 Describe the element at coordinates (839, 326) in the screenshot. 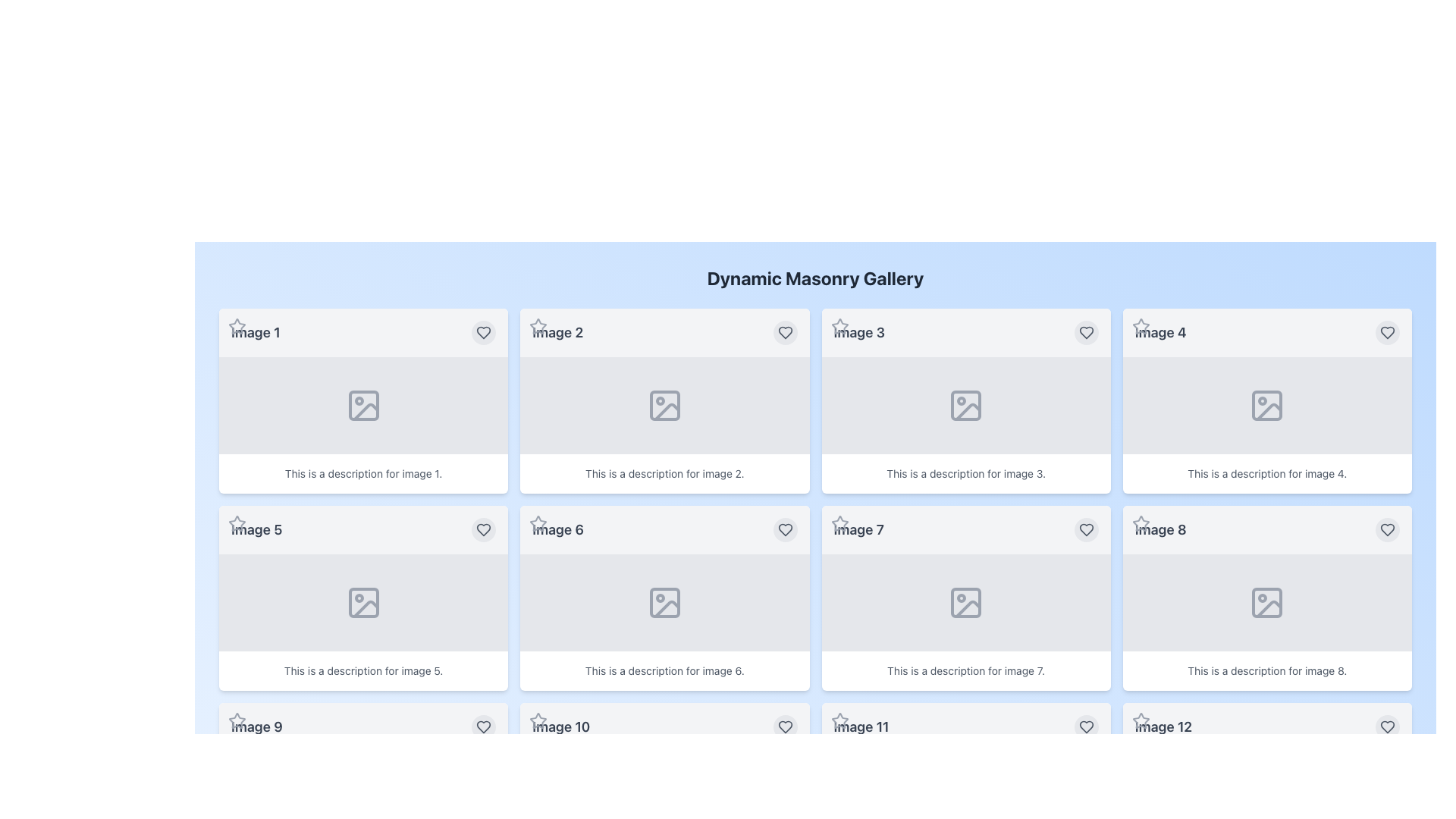

I see `the button located in the top-left corner of the card displaying 'Image 3' to change its color` at that location.